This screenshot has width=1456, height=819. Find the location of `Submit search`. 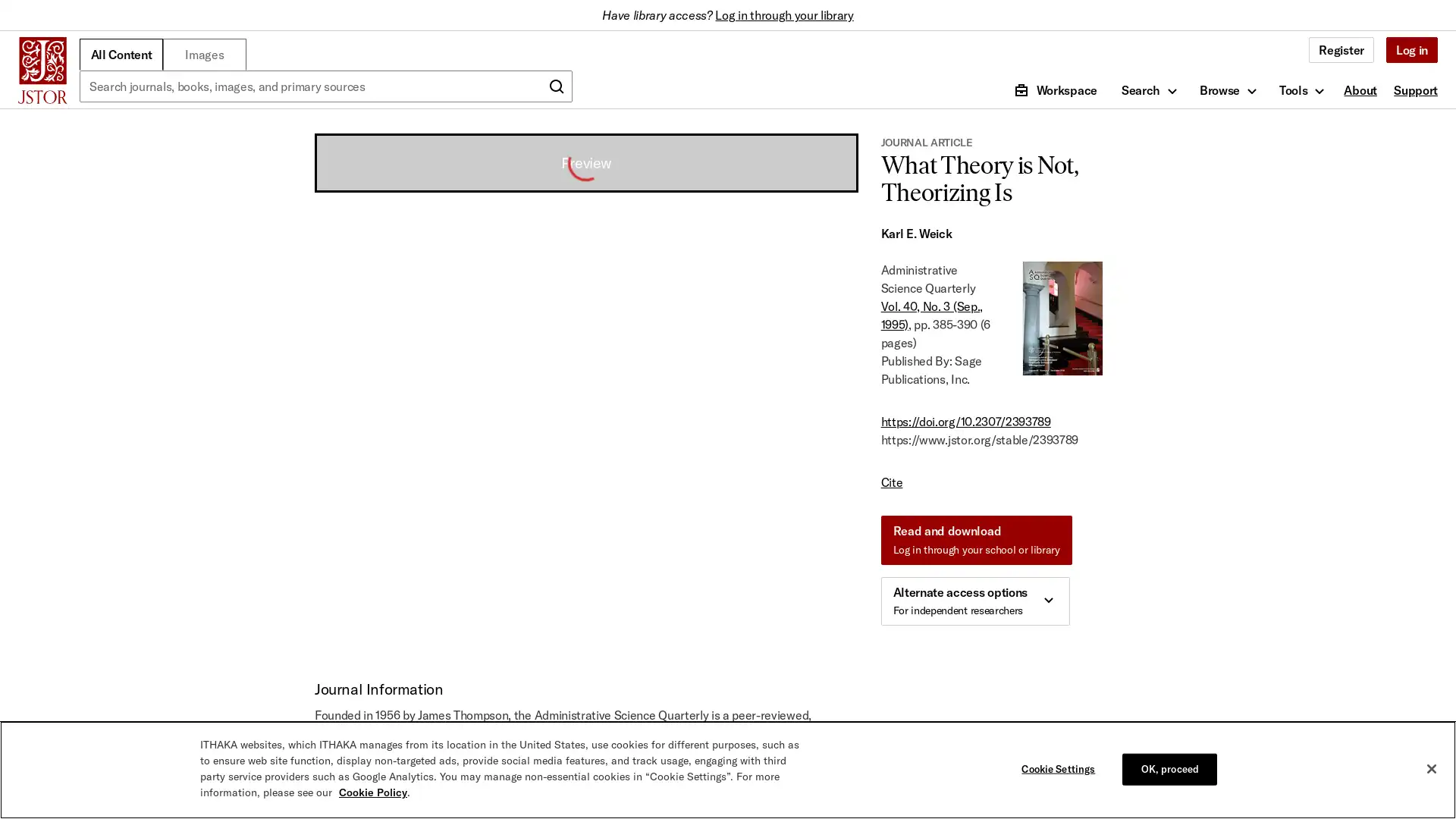

Submit search is located at coordinates (556, 86).